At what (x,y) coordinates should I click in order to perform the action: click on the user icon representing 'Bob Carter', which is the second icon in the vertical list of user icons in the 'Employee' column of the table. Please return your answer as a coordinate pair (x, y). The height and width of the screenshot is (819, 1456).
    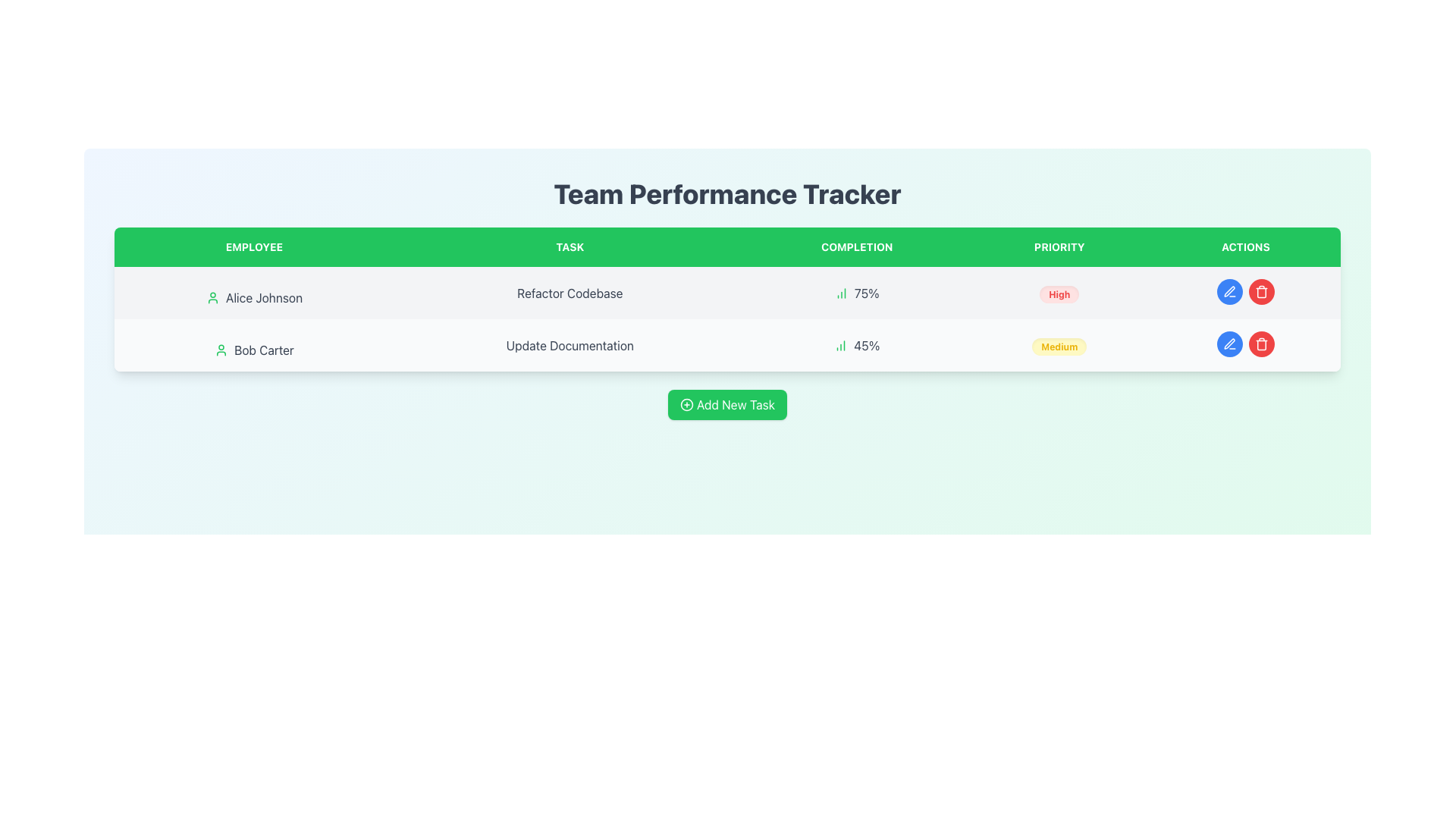
    Looking at the image, I should click on (221, 350).